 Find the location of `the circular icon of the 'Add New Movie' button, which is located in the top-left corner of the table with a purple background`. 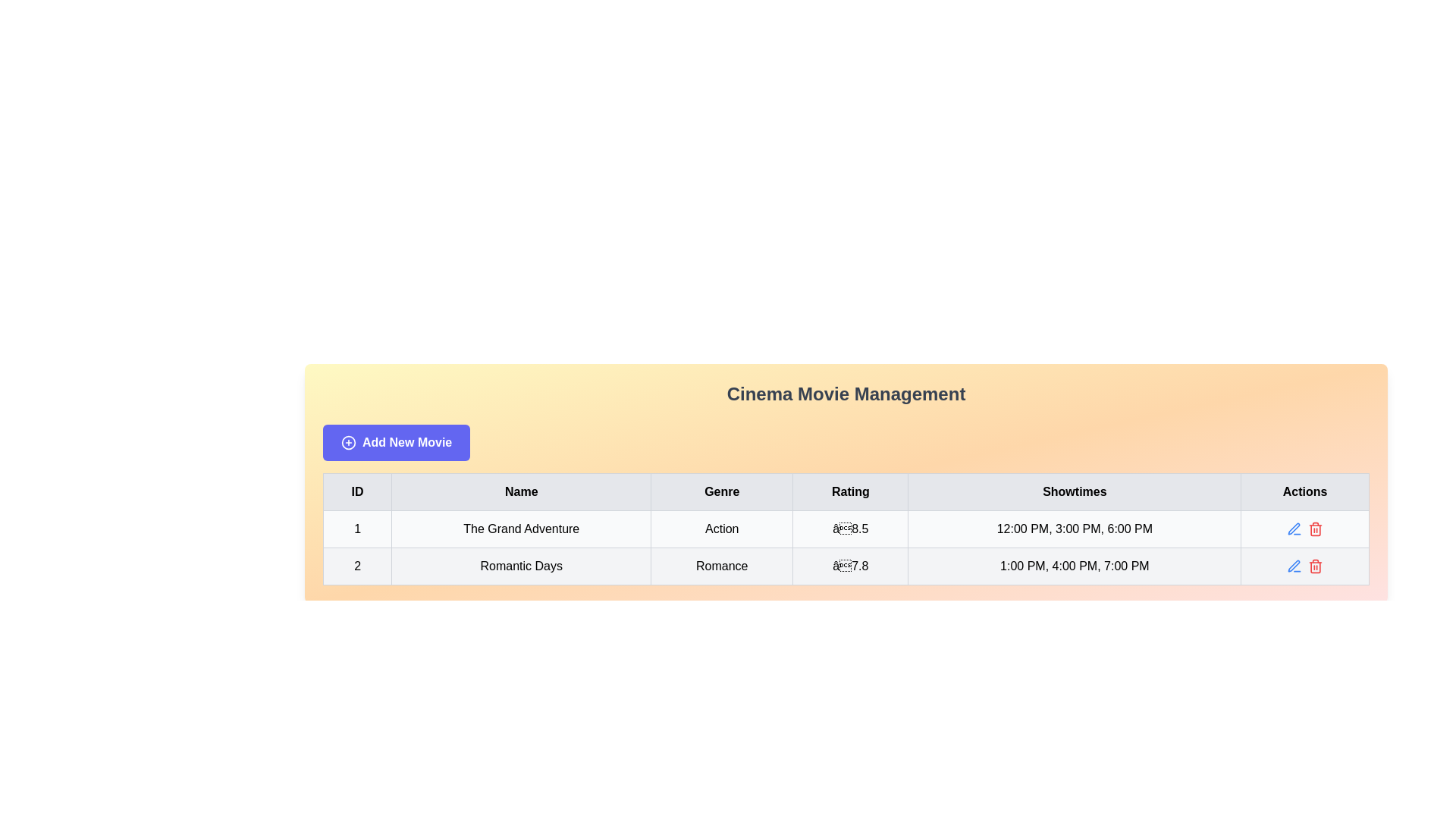

the circular icon of the 'Add New Movie' button, which is located in the top-left corner of the table with a purple background is located at coordinates (348, 442).